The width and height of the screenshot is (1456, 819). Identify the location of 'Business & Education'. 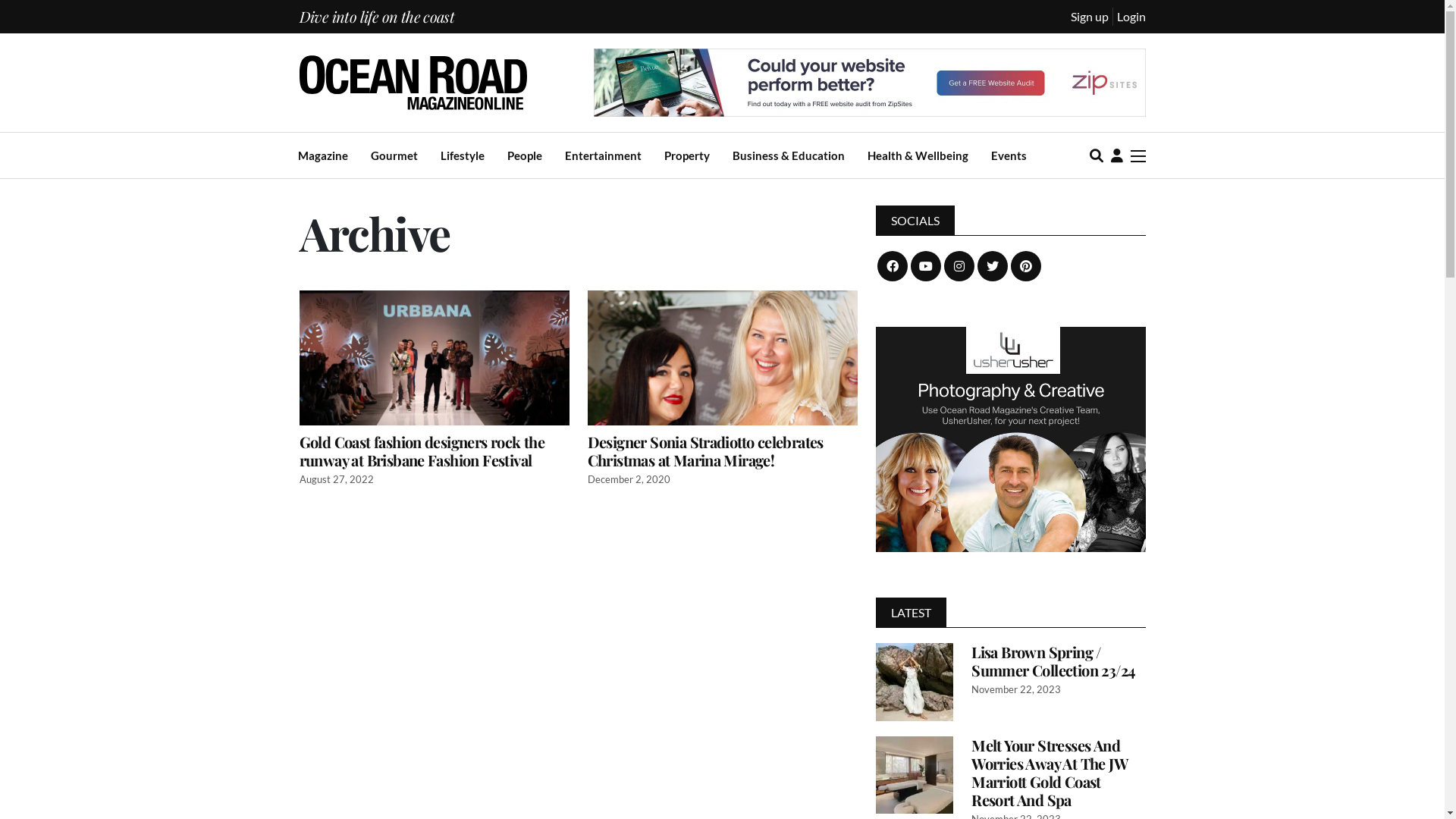
(789, 155).